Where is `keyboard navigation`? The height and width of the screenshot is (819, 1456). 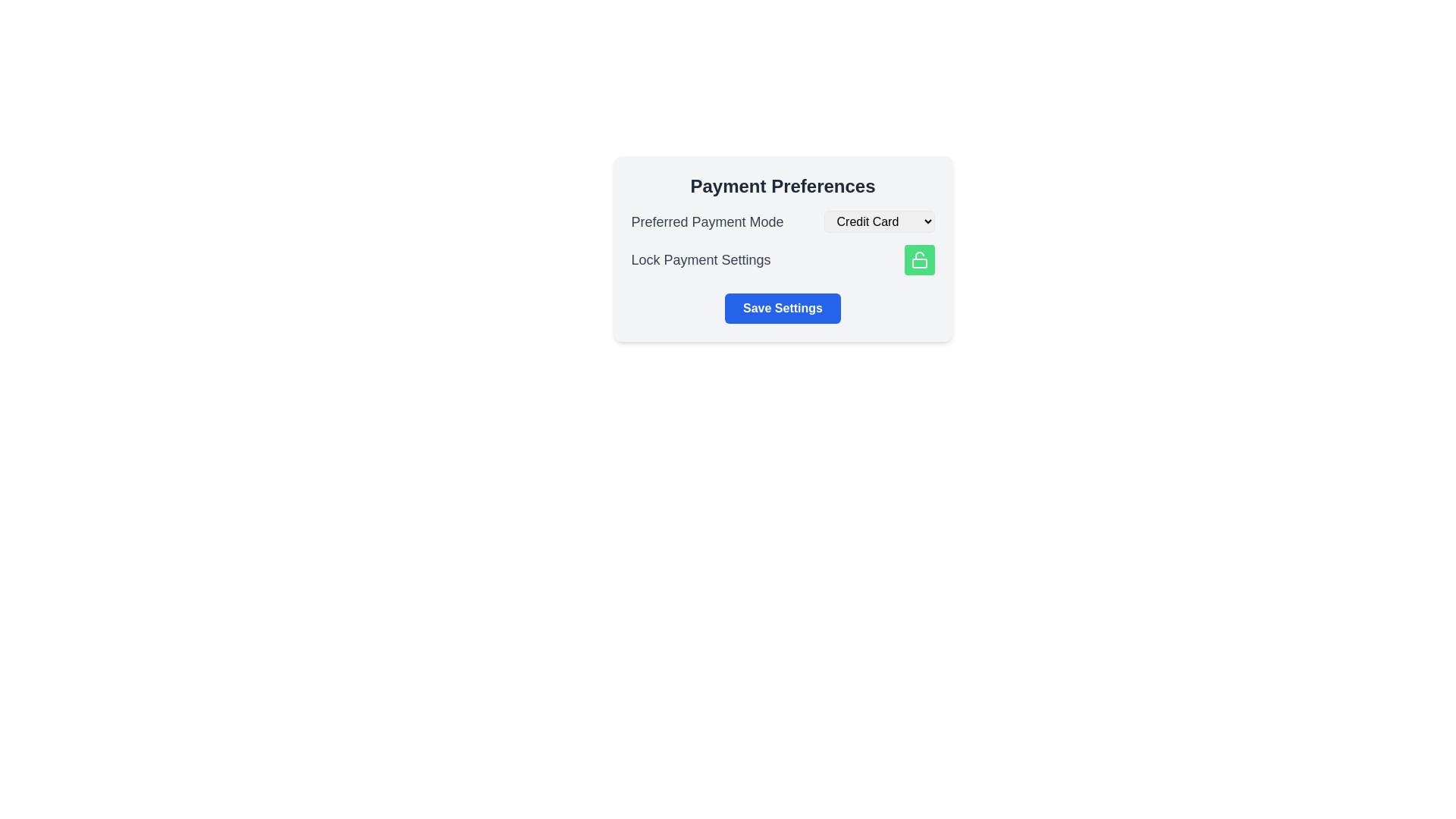
keyboard navigation is located at coordinates (918, 259).